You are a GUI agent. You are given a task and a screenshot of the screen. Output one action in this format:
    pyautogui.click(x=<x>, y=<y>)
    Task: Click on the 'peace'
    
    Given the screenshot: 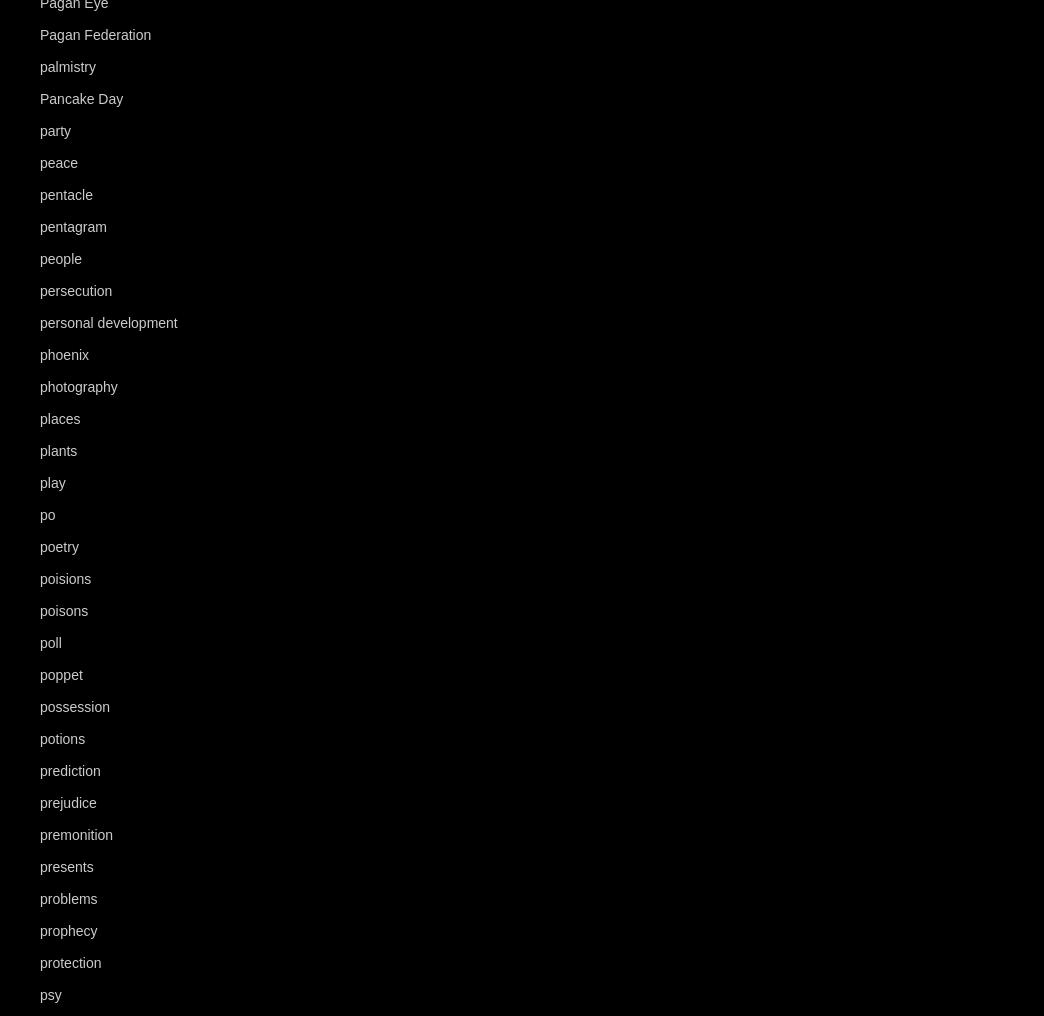 What is the action you would take?
    pyautogui.click(x=57, y=161)
    